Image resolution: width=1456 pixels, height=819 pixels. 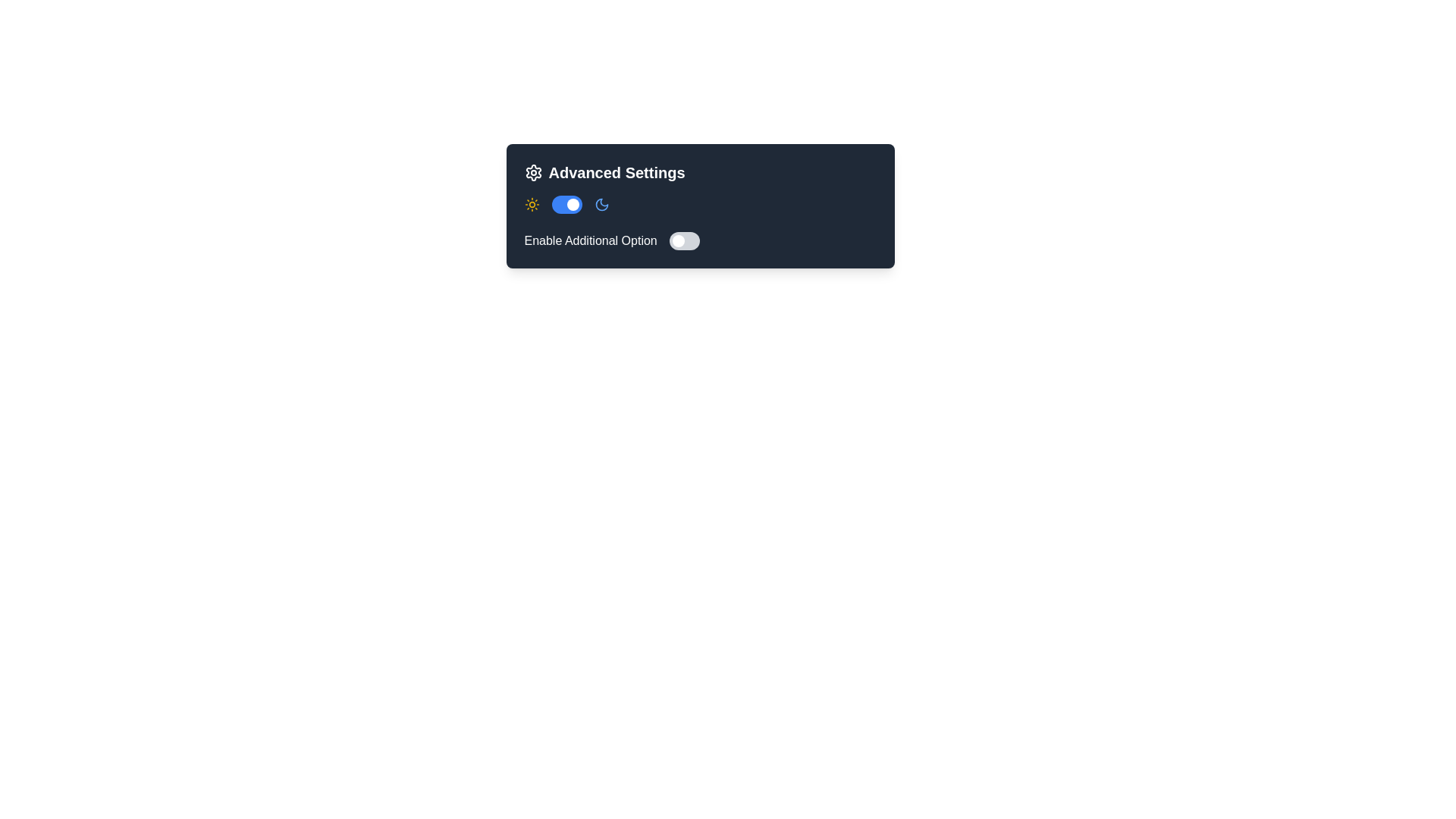 I want to click on the icon located on the left side of the 'Advanced Settings' grouping, which serves as a button, so click(x=533, y=171).